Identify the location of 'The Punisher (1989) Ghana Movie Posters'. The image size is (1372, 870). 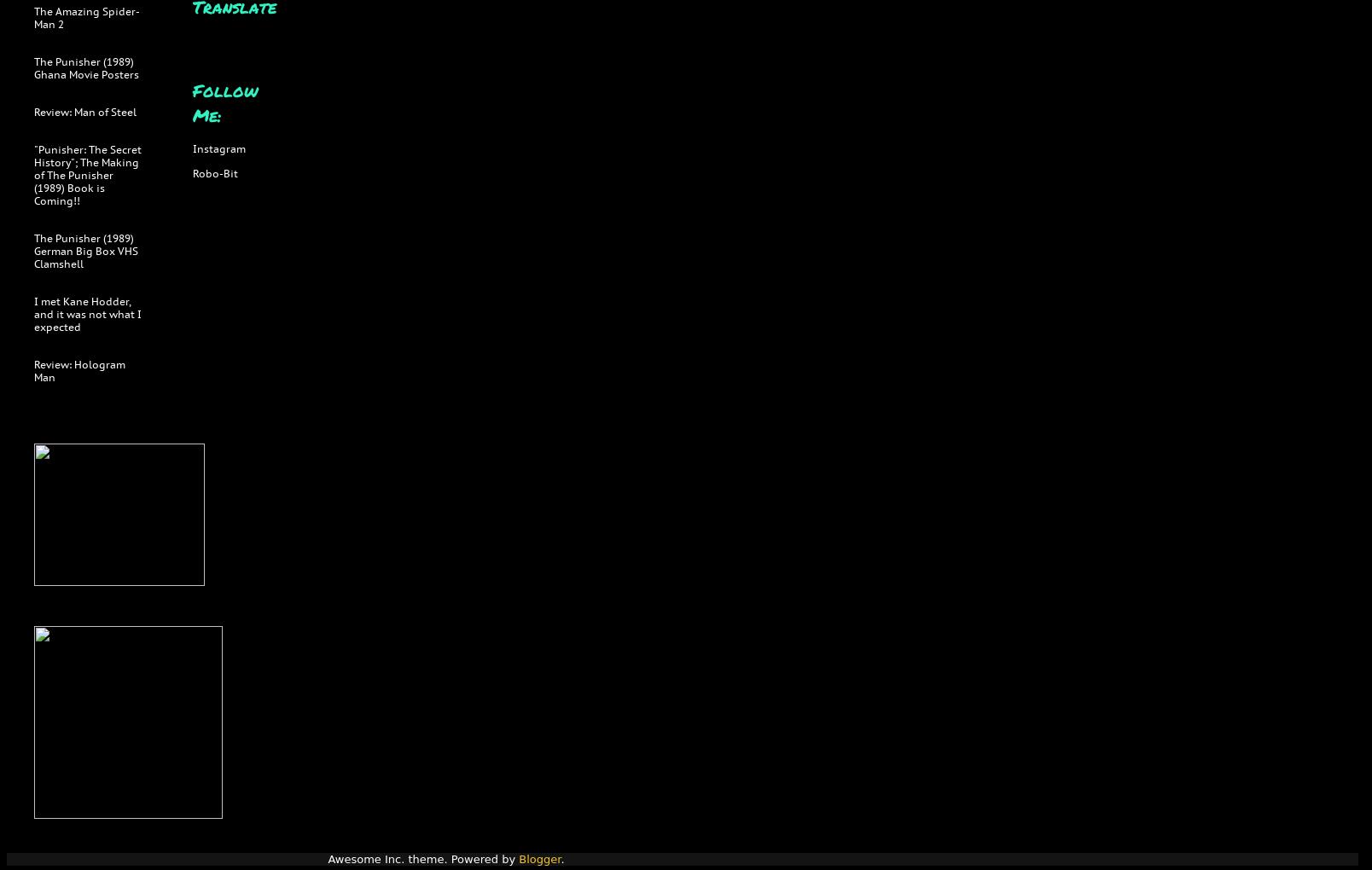
(86, 67).